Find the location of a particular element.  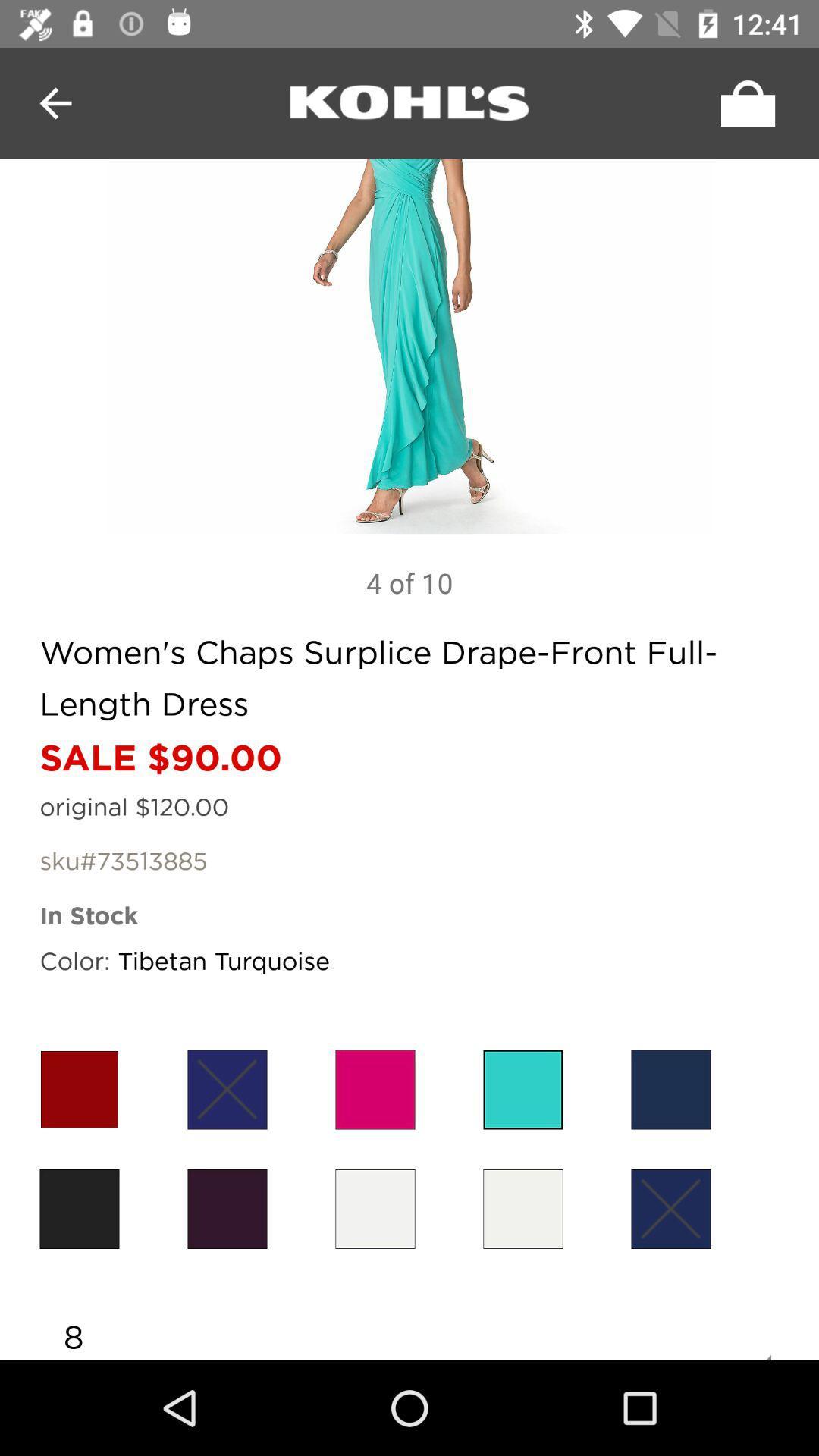

the icon above 8 is located at coordinates (670, 1208).